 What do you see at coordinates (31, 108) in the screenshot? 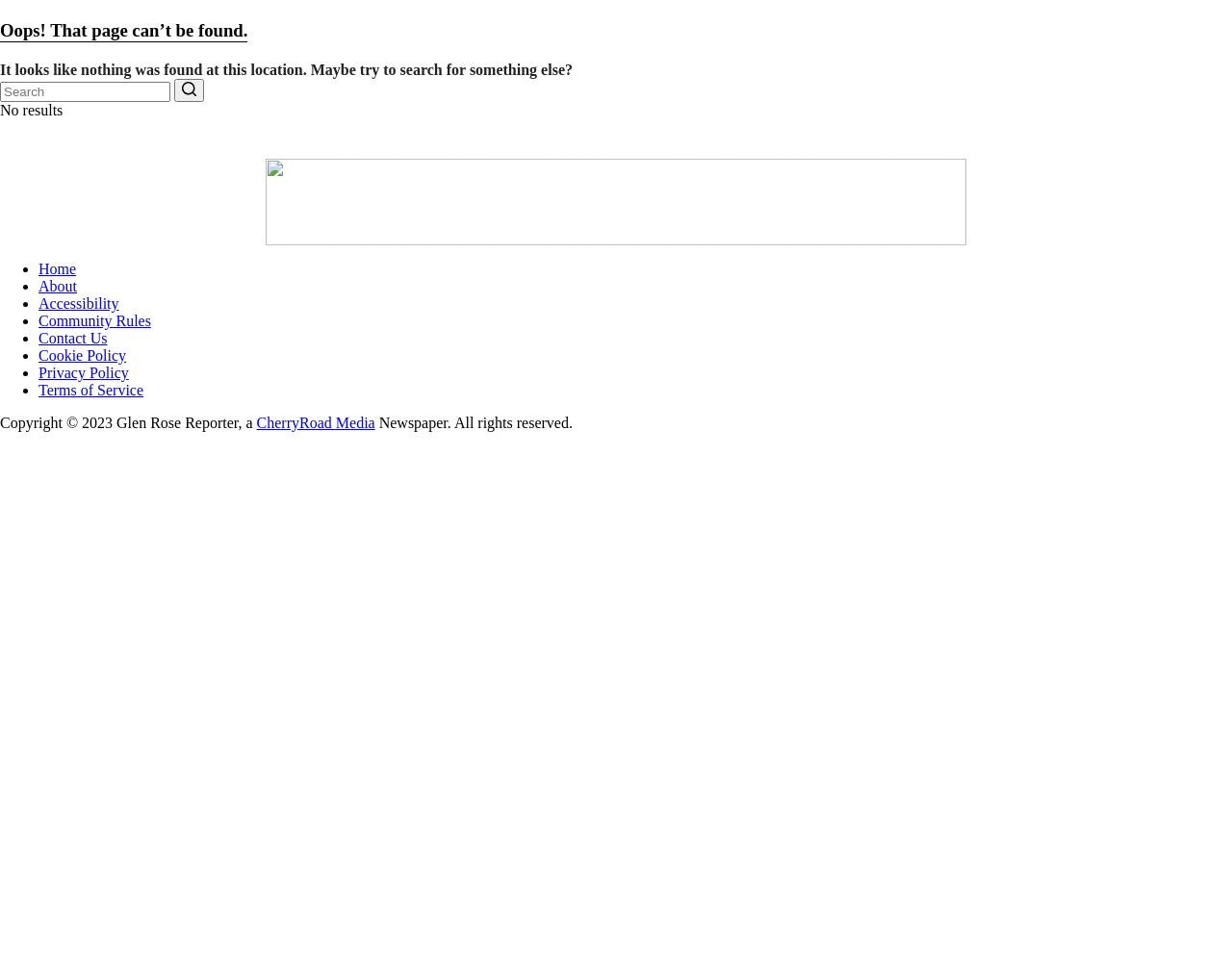
I see `'No results'` at bounding box center [31, 108].